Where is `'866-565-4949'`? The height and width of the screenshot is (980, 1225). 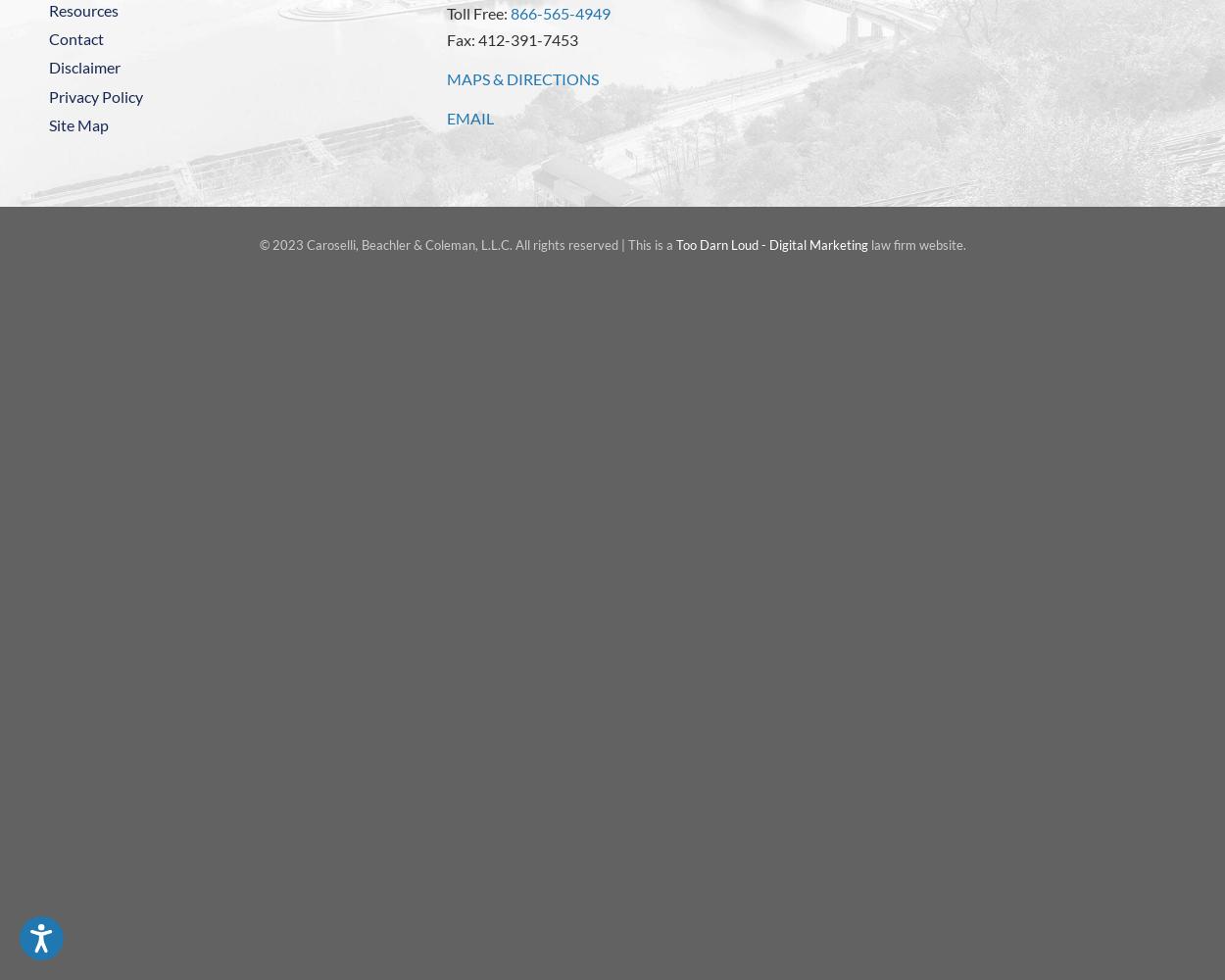 '866-565-4949' is located at coordinates (560, 13).